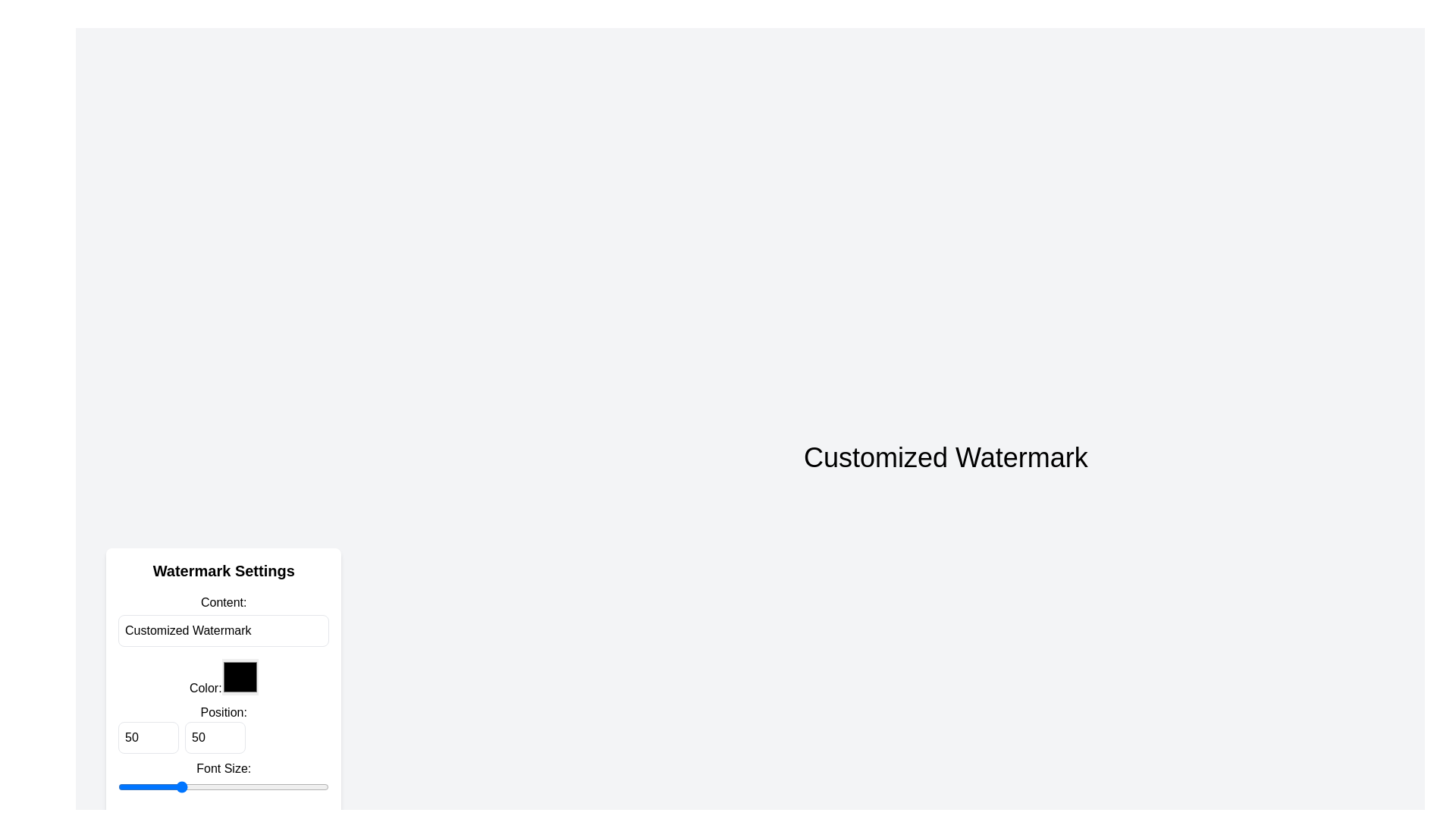 This screenshot has width=1456, height=819. I want to click on the font size, so click(312, 786).